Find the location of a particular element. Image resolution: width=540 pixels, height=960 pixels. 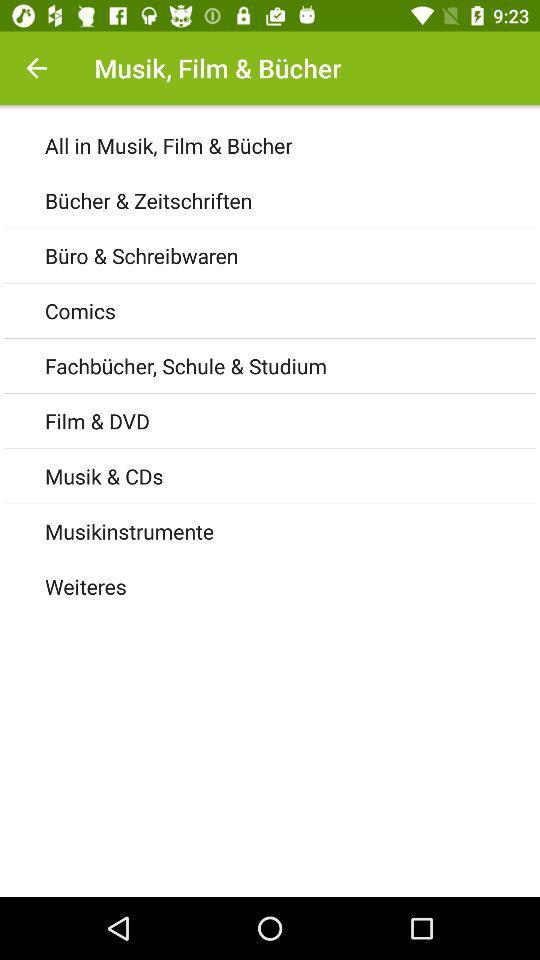

the icon above the weiteres icon is located at coordinates (291, 530).